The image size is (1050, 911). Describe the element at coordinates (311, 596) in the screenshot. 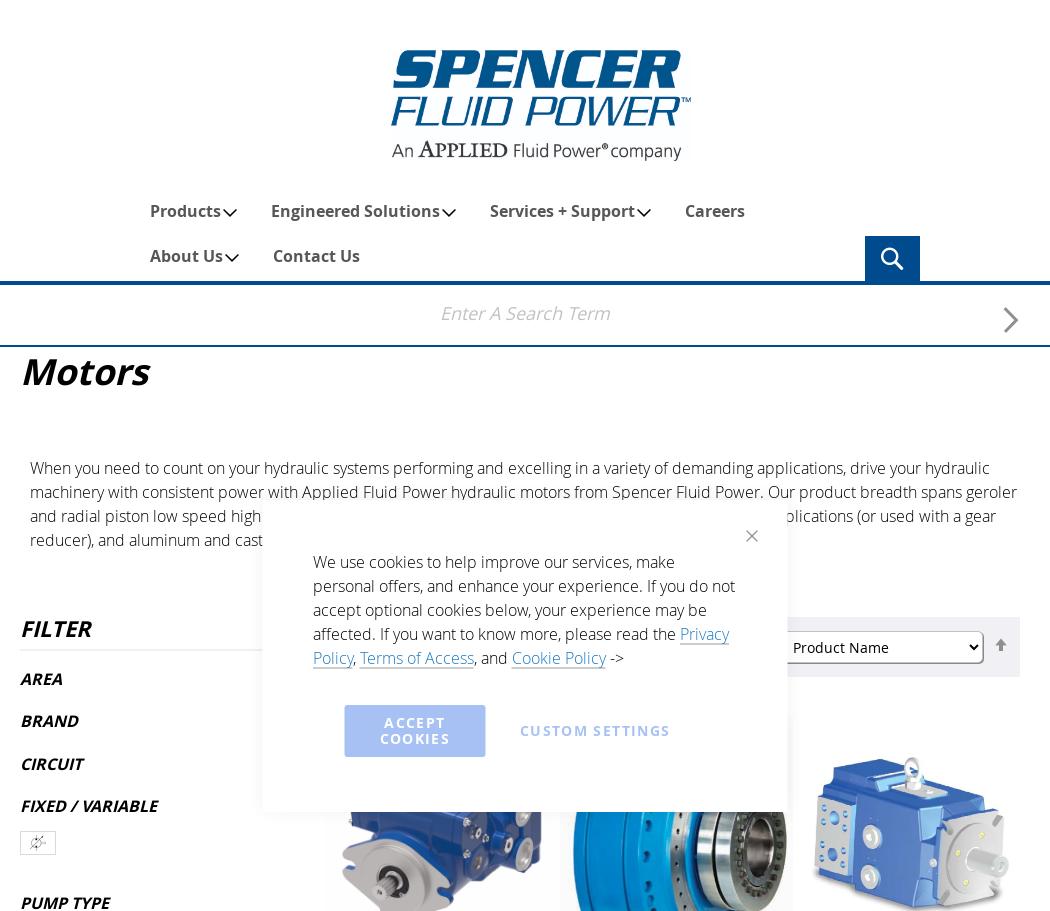

I see `'We use cookies to help improve our services, make personal offers, and enhance your experience. If you do not accept optional cookies below, your experience may be affected. If you want to know more, please read the'` at that location.